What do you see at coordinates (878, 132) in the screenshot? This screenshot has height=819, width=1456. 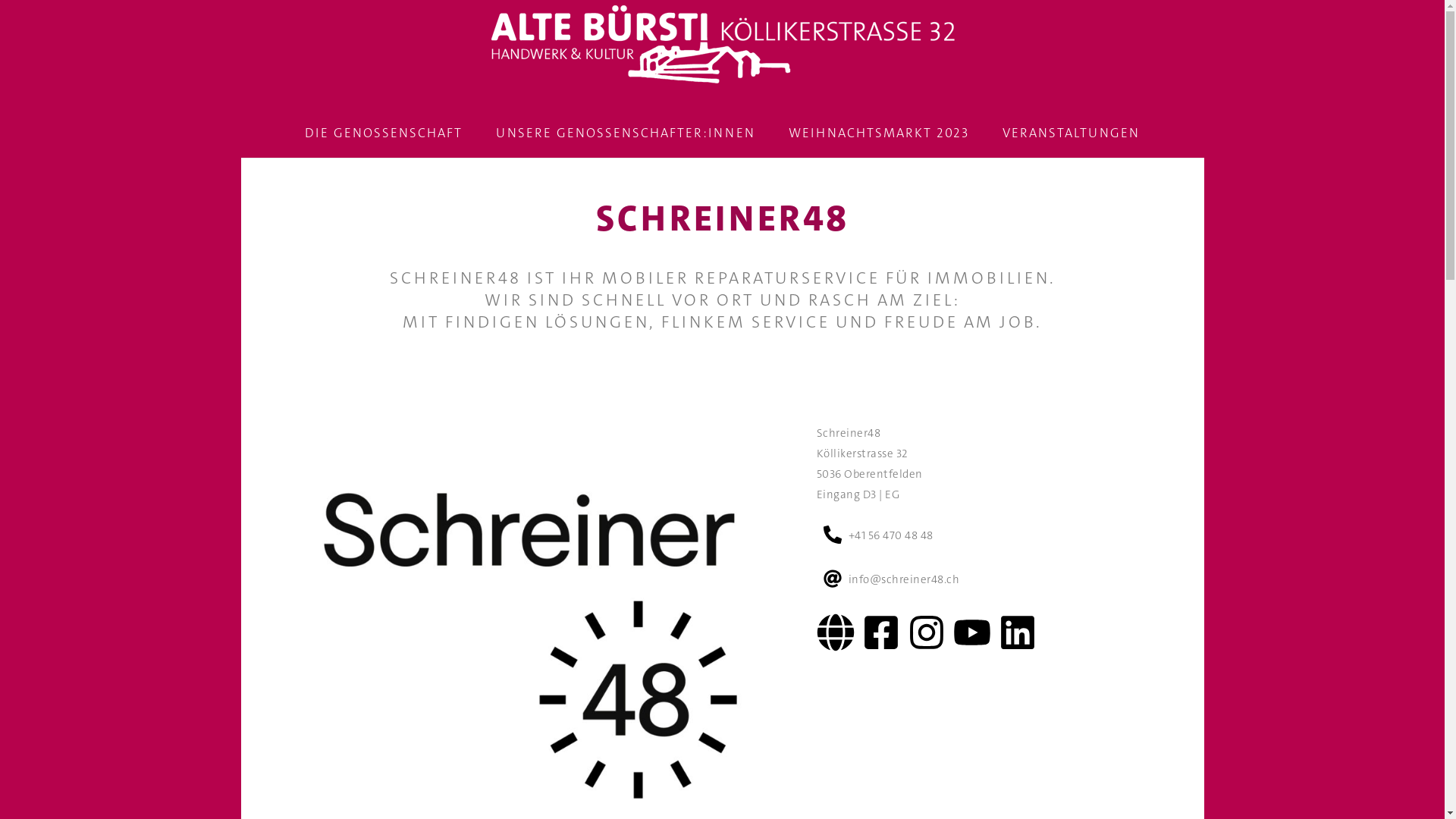 I see `'WEIHNACHTSMARKT 2023'` at bounding box center [878, 132].